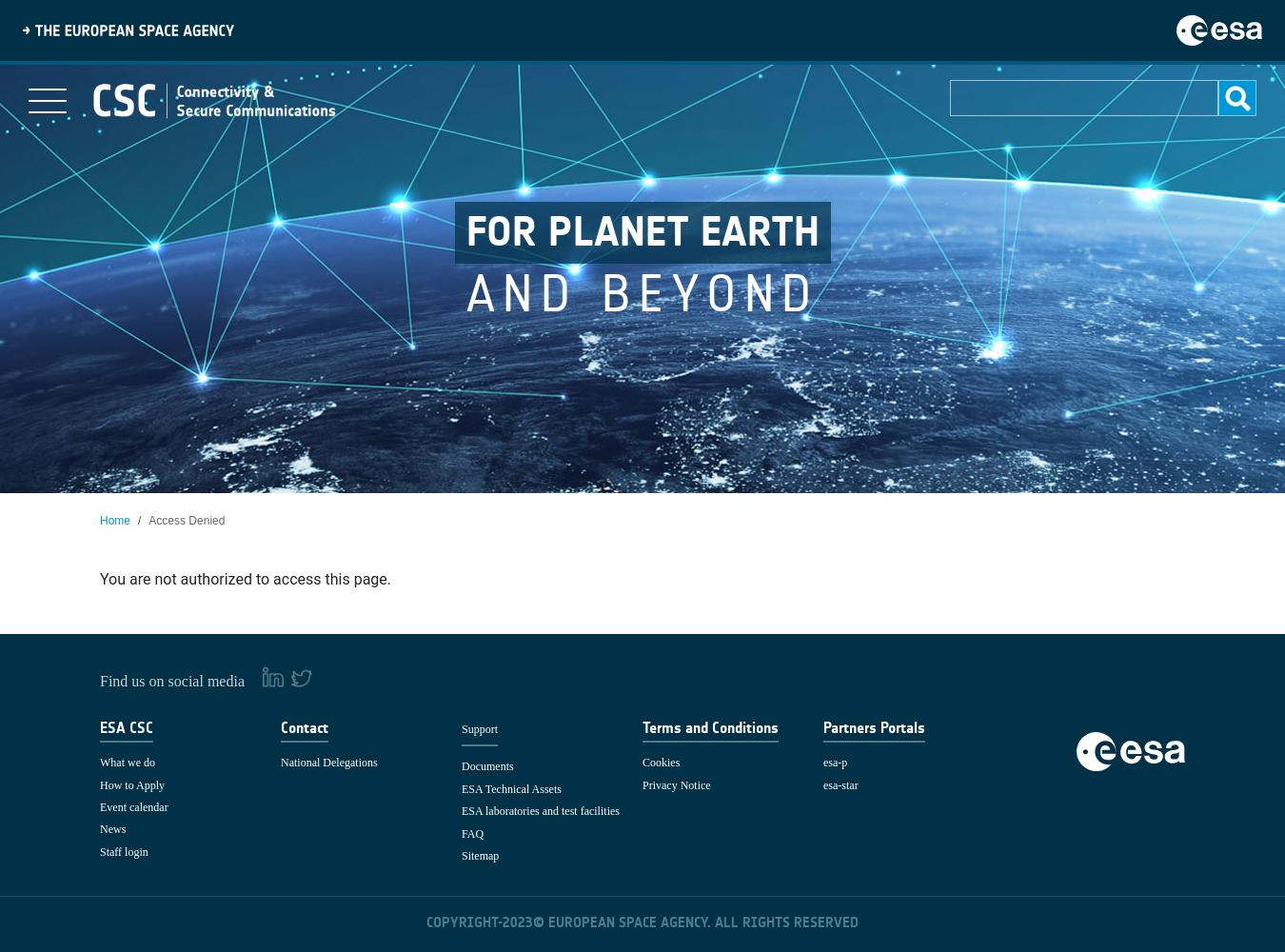 Image resolution: width=1285 pixels, height=952 pixels. I want to click on 'FAQ', so click(461, 833).